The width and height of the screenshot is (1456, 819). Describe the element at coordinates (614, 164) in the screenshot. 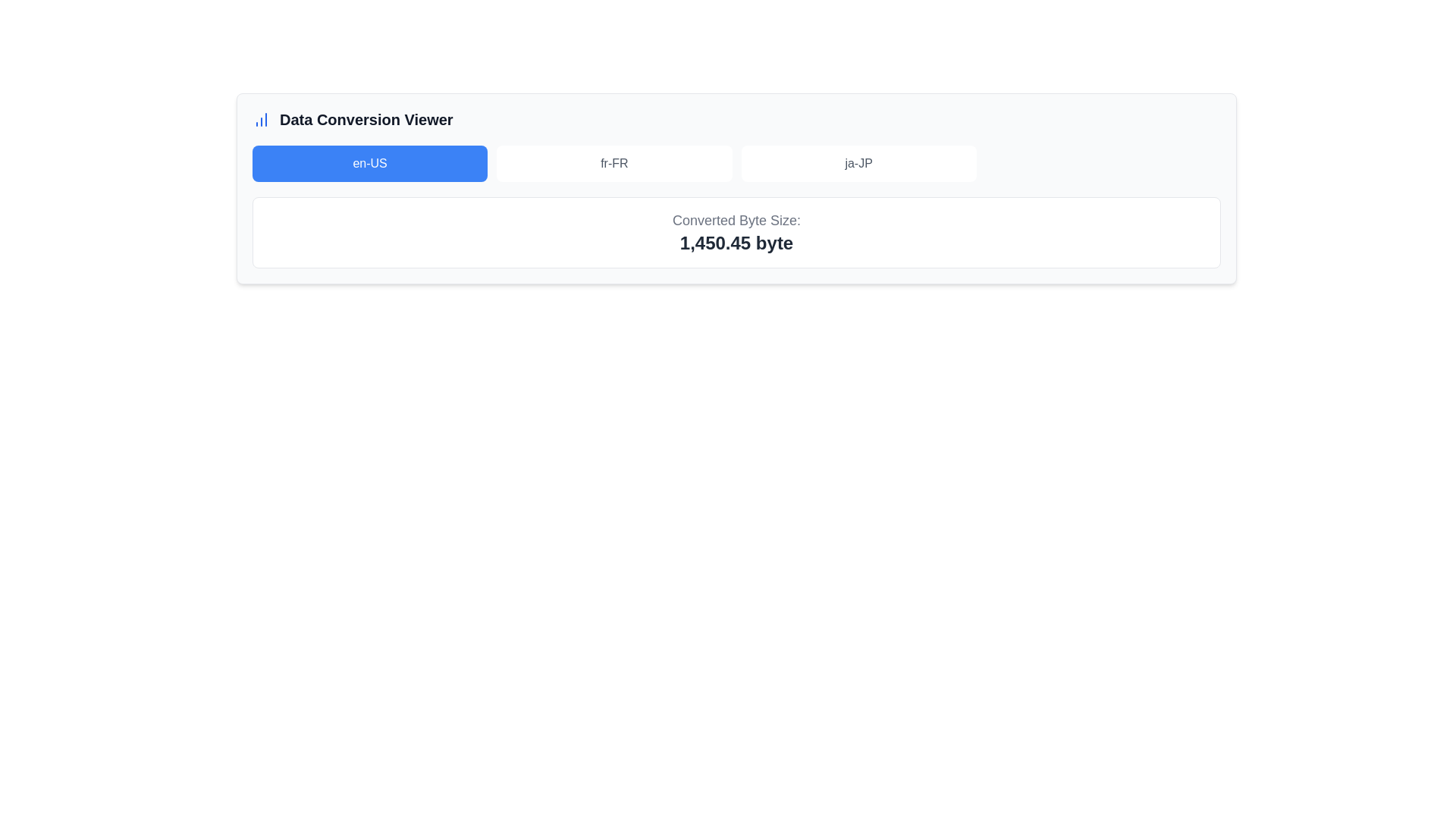

I see `the language selection button that allows users to set the interface language to French (France), which is the second button in a row labeled 'en-US', 'fr-FR', and 'ja-JP'` at that location.